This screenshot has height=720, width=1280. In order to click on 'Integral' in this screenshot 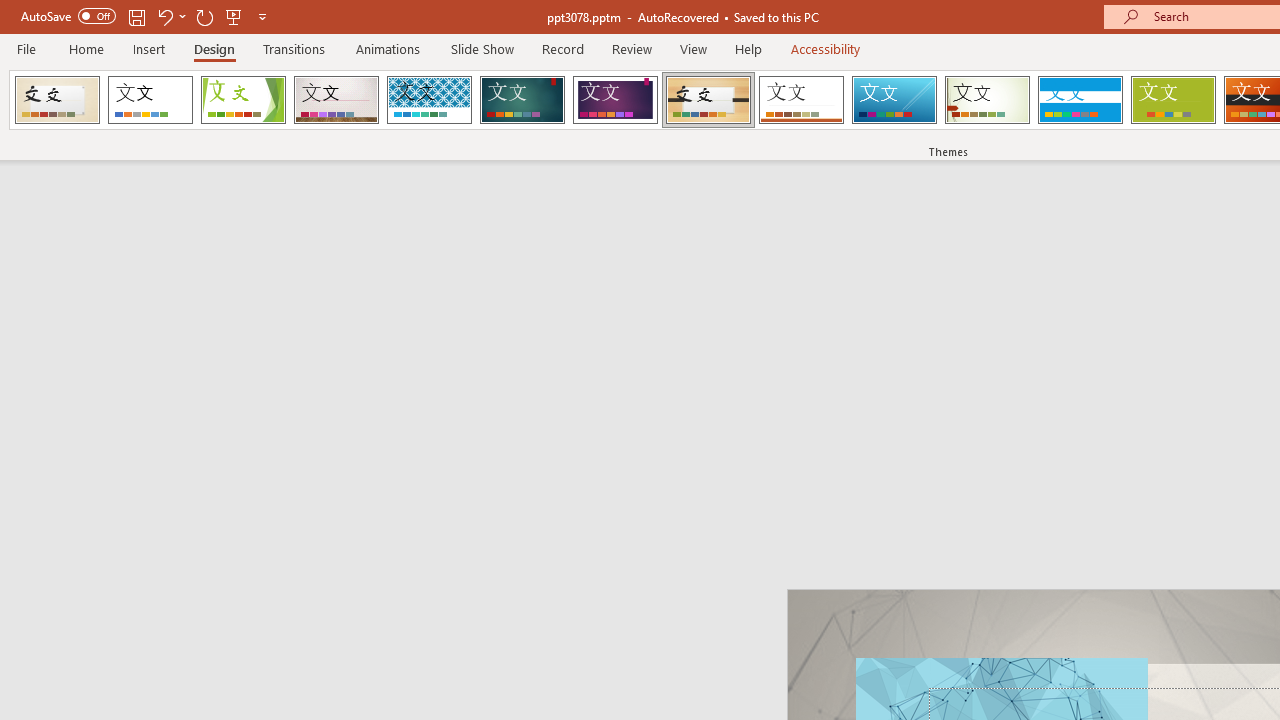, I will do `click(428, 100)`.